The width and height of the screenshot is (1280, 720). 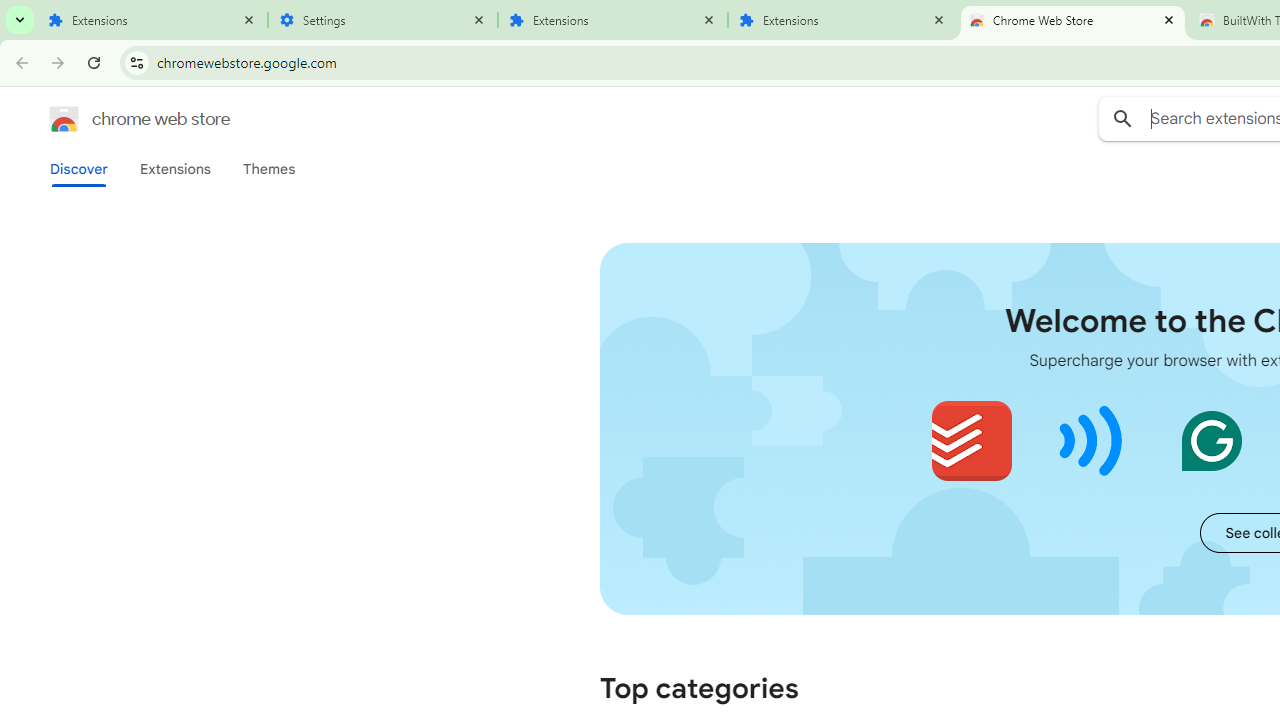 What do you see at coordinates (118, 119) in the screenshot?
I see `'Chrome Web Store logo chrome web store'` at bounding box center [118, 119].